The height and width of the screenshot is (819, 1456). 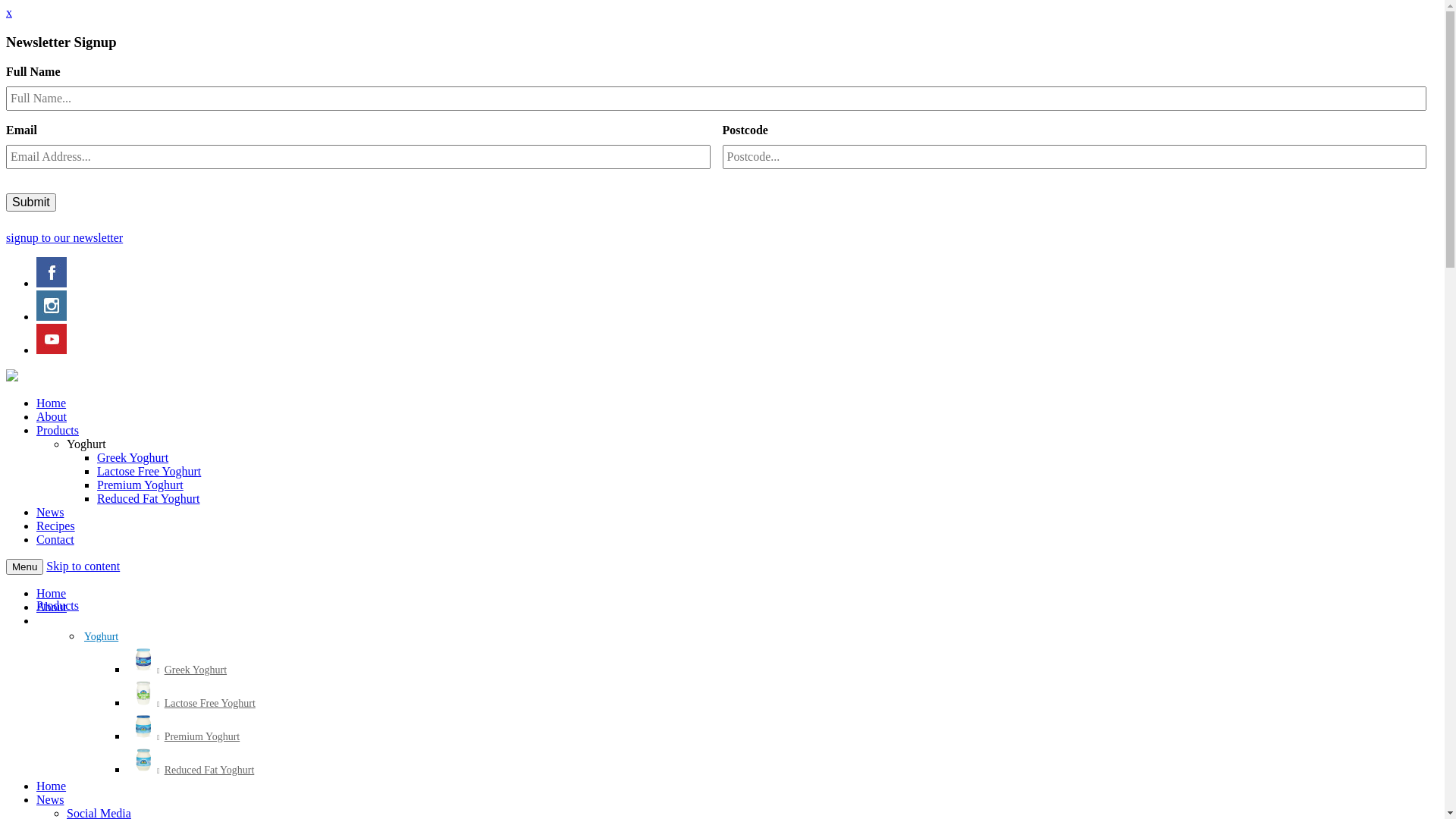 I want to click on 'Menu', so click(x=24, y=566).